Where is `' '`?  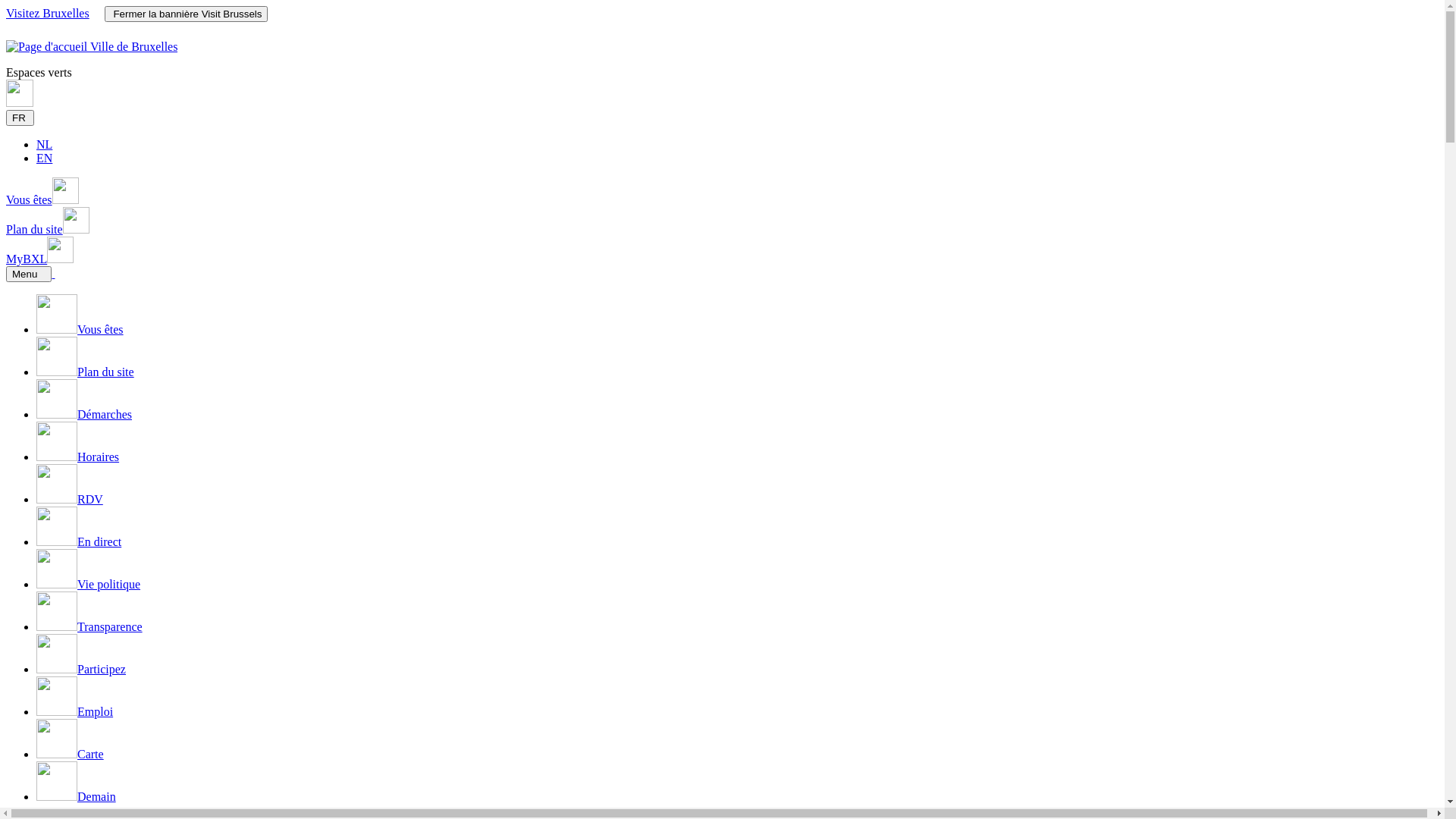 ' ' is located at coordinates (53, 273).